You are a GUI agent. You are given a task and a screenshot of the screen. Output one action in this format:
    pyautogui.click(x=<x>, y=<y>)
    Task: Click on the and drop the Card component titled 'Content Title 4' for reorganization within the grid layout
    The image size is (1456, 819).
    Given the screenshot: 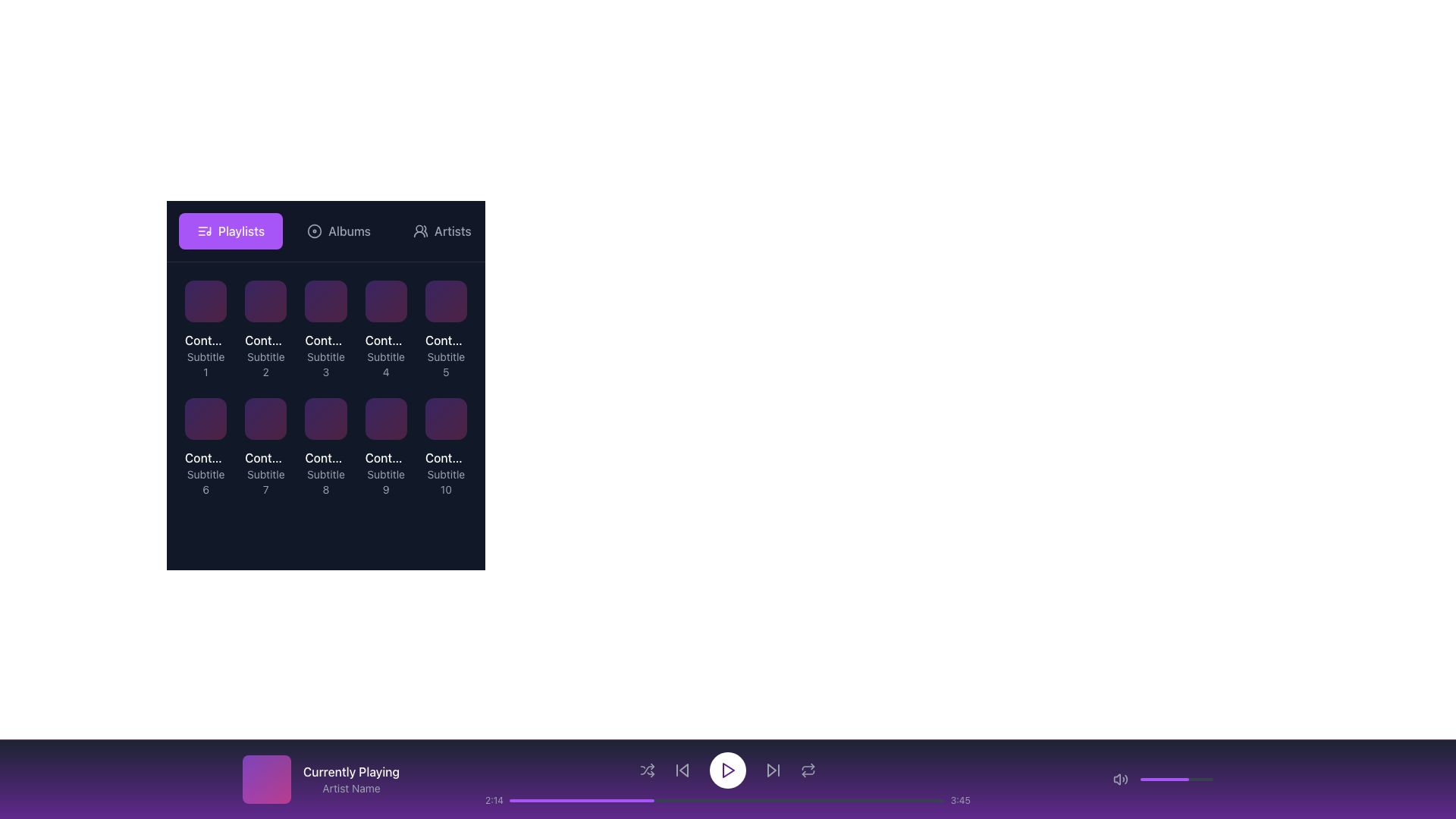 What is the action you would take?
    pyautogui.click(x=386, y=329)
    